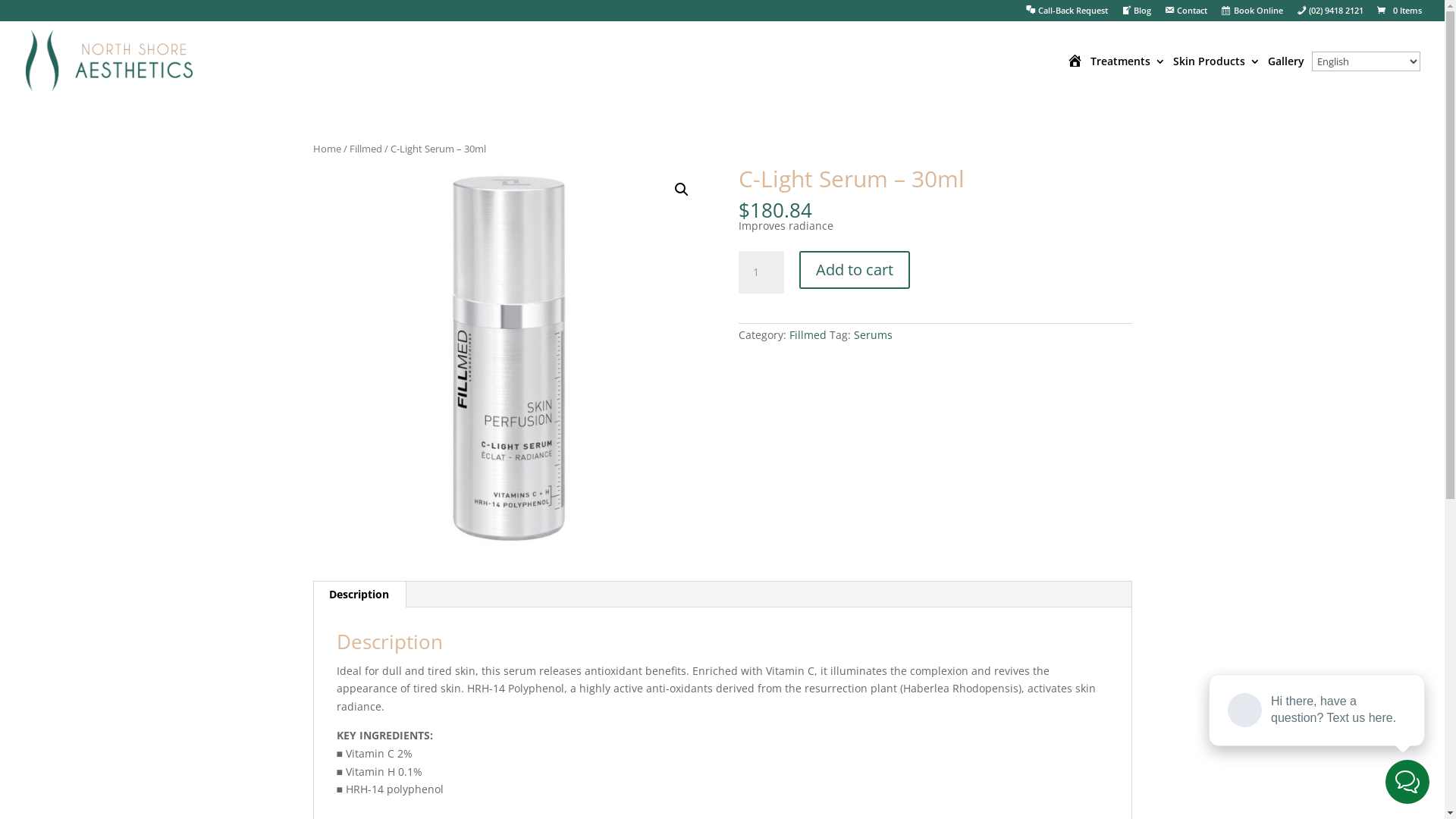 The image size is (1456, 819). Describe the element at coordinates (1375, 10) in the screenshot. I see `'0 Items'` at that location.